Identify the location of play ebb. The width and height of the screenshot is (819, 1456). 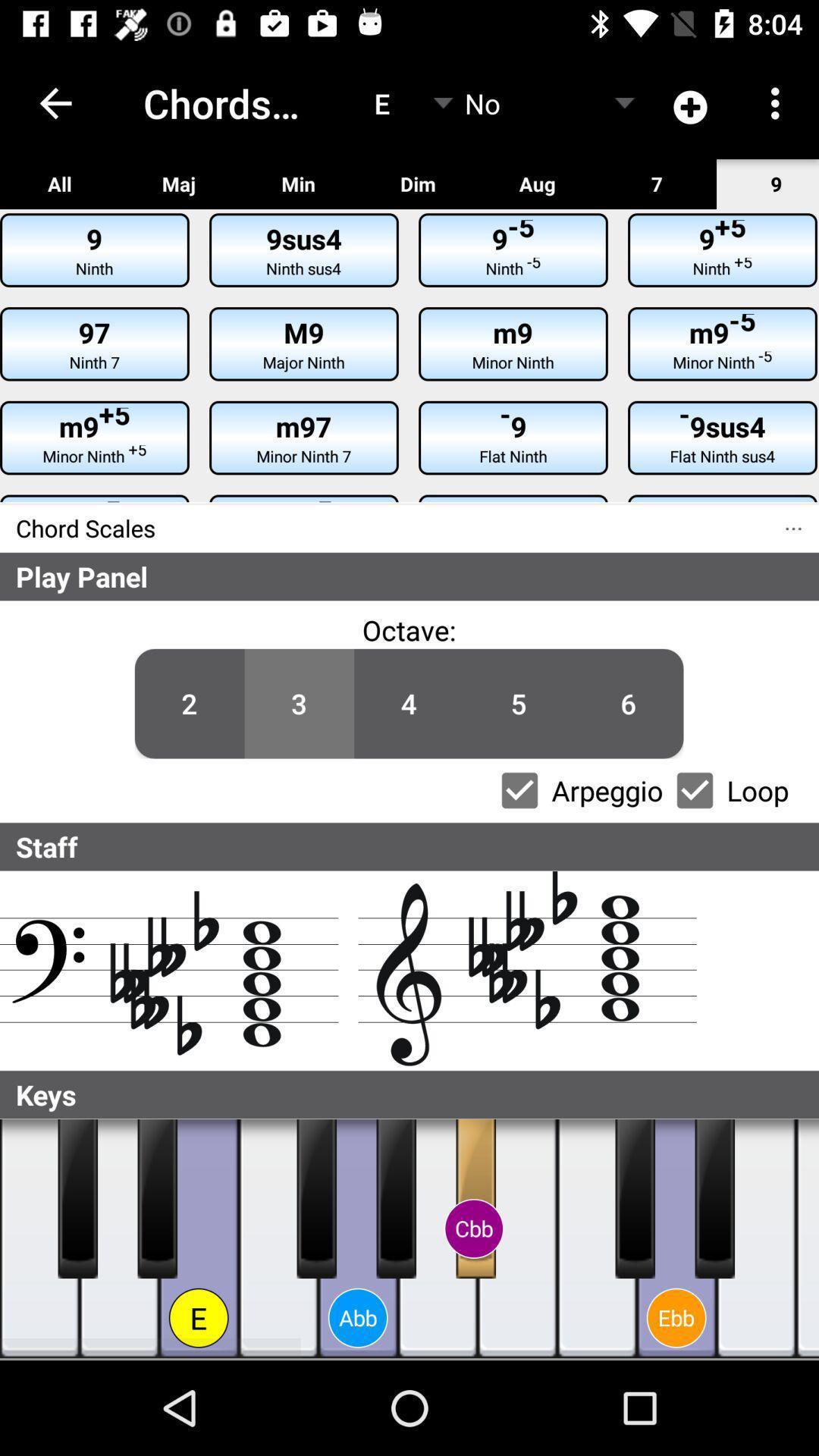
(676, 1238).